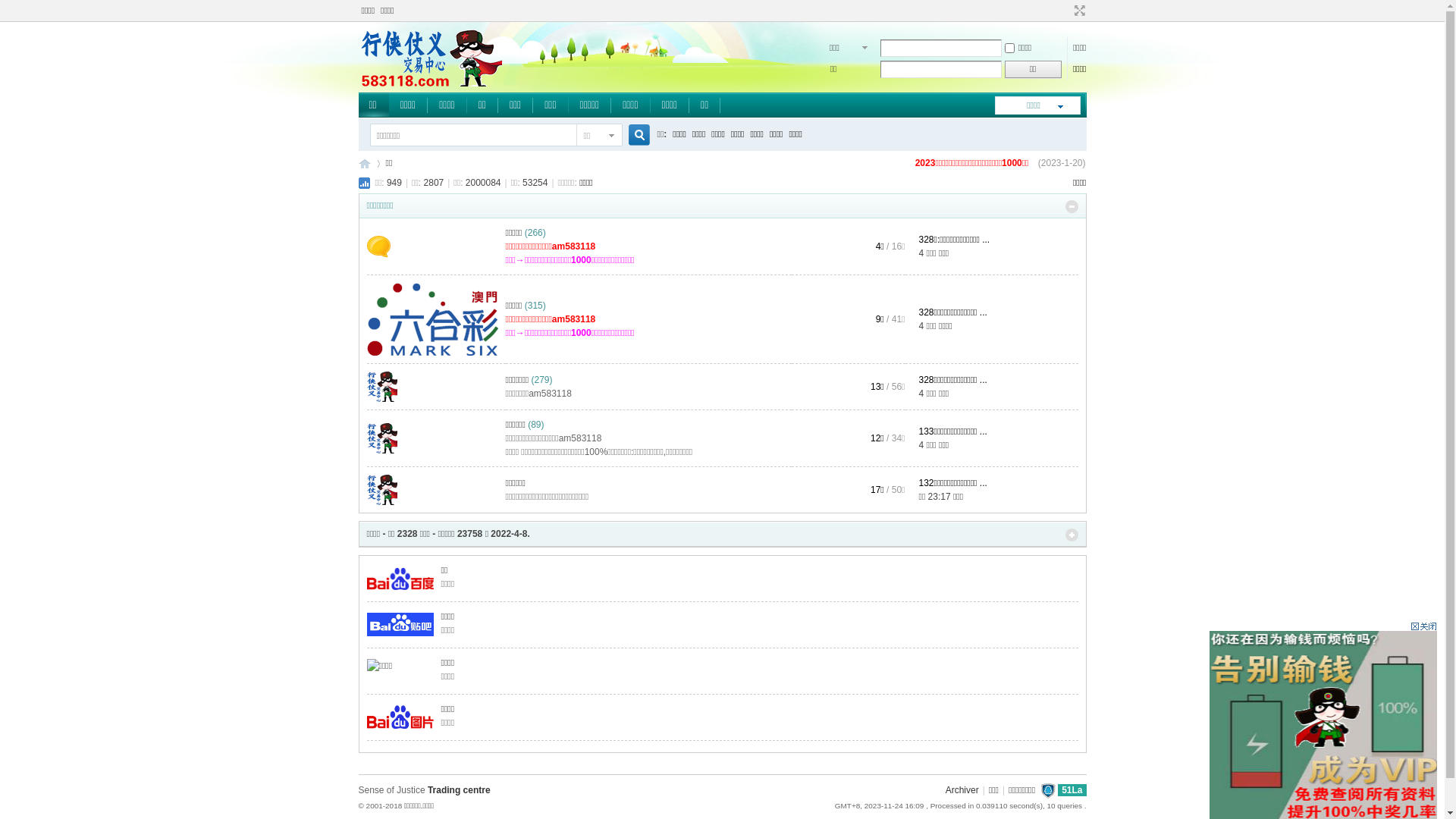 This screenshot has width=1456, height=819. What do you see at coordinates (622, 134) in the screenshot?
I see `'true'` at bounding box center [622, 134].